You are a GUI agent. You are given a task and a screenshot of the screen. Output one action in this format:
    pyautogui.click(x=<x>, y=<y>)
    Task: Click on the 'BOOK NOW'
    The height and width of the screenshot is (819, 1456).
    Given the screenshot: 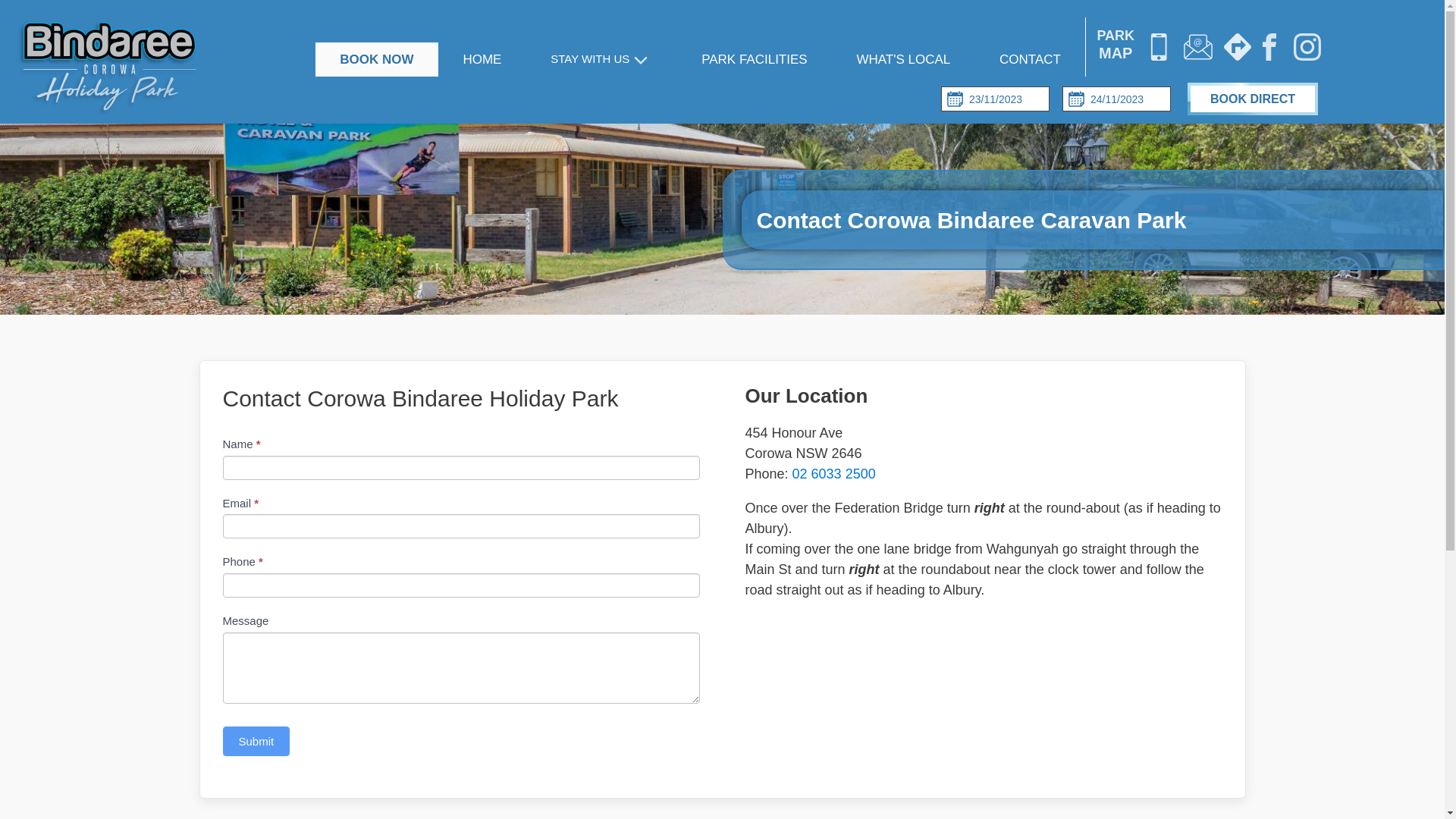 What is the action you would take?
    pyautogui.click(x=377, y=58)
    